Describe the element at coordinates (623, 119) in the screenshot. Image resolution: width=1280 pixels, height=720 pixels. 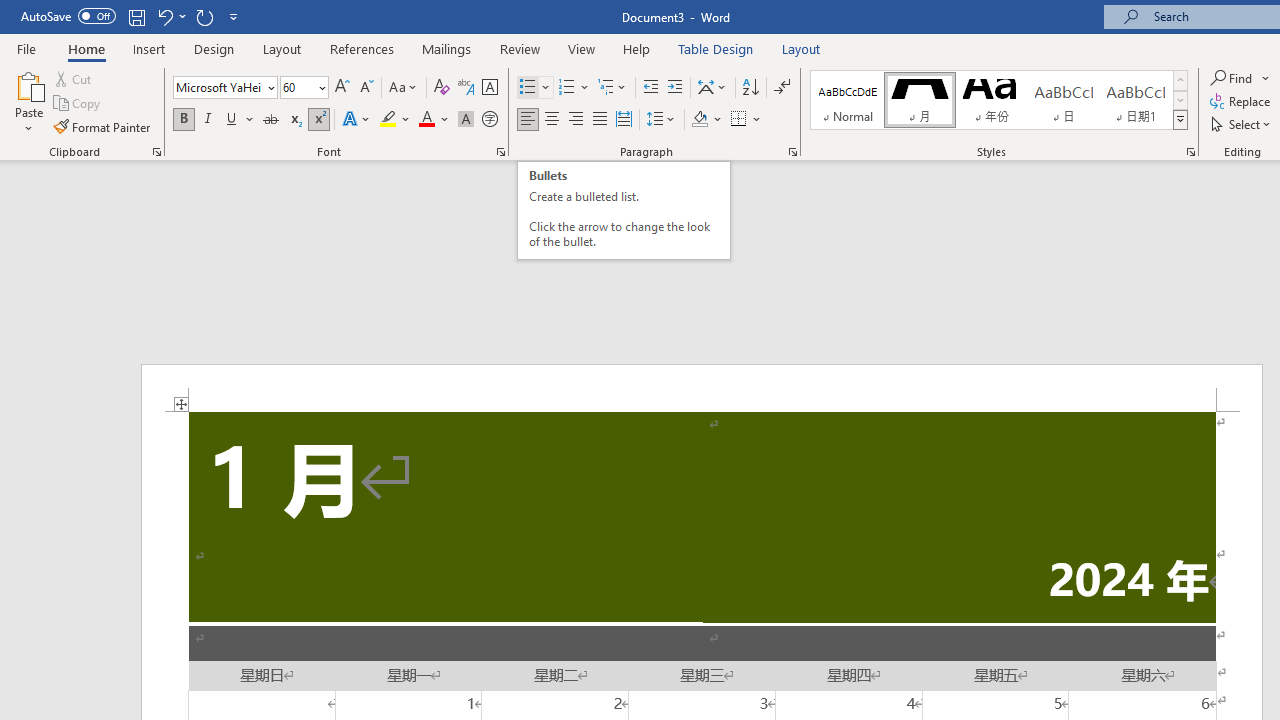
I see `'Distributed'` at that location.